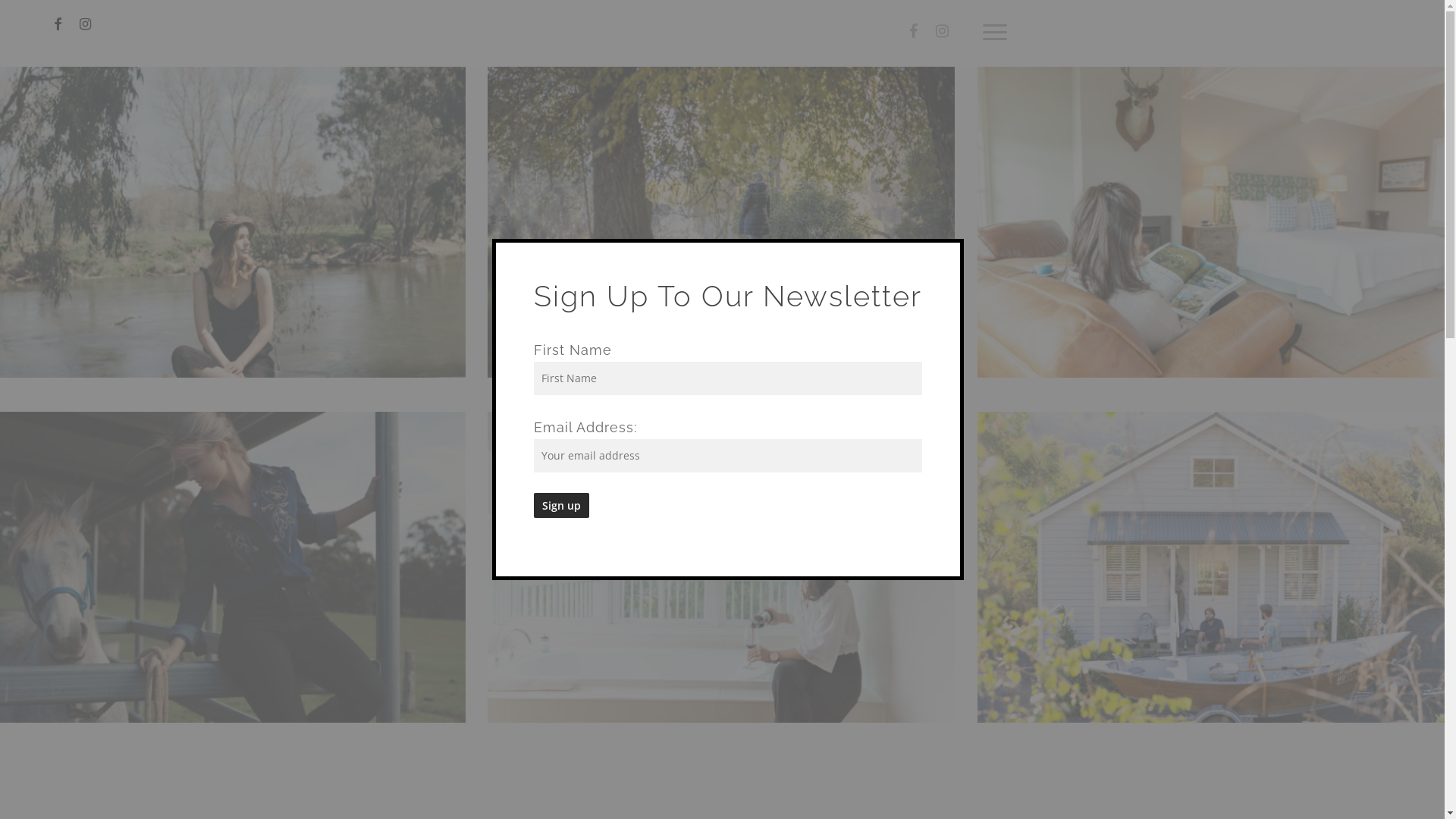 The image size is (1456, 819). What do you see at coordinates (946, 248) in the screenshot?
I see `'Close'` at bounding box center [946, 248].